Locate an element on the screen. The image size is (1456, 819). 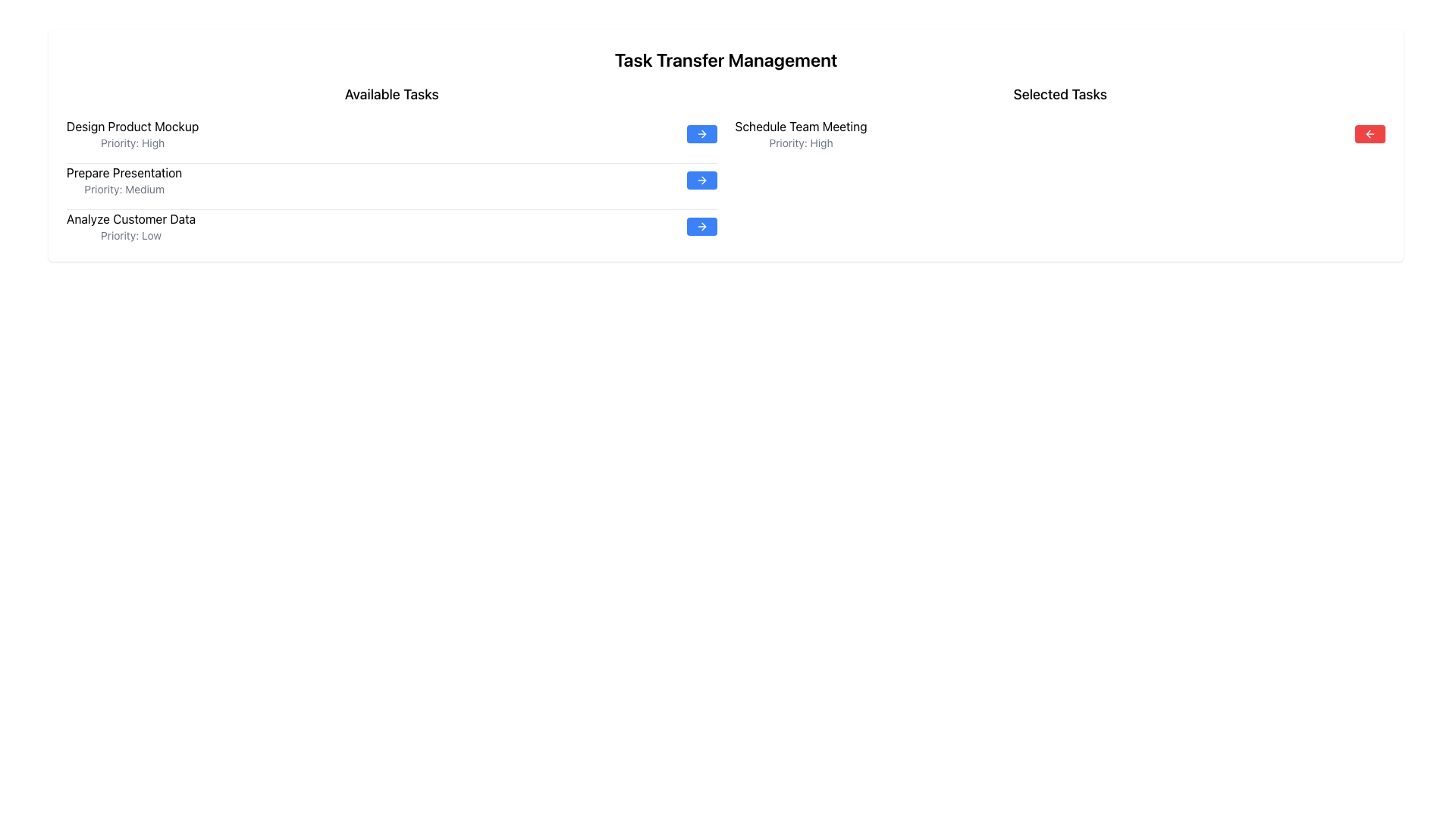
the static text label displaying 'Design Product Mockup', which is the primary label at the top of the task entry indicating high priority is located at coordinates (133, 125).